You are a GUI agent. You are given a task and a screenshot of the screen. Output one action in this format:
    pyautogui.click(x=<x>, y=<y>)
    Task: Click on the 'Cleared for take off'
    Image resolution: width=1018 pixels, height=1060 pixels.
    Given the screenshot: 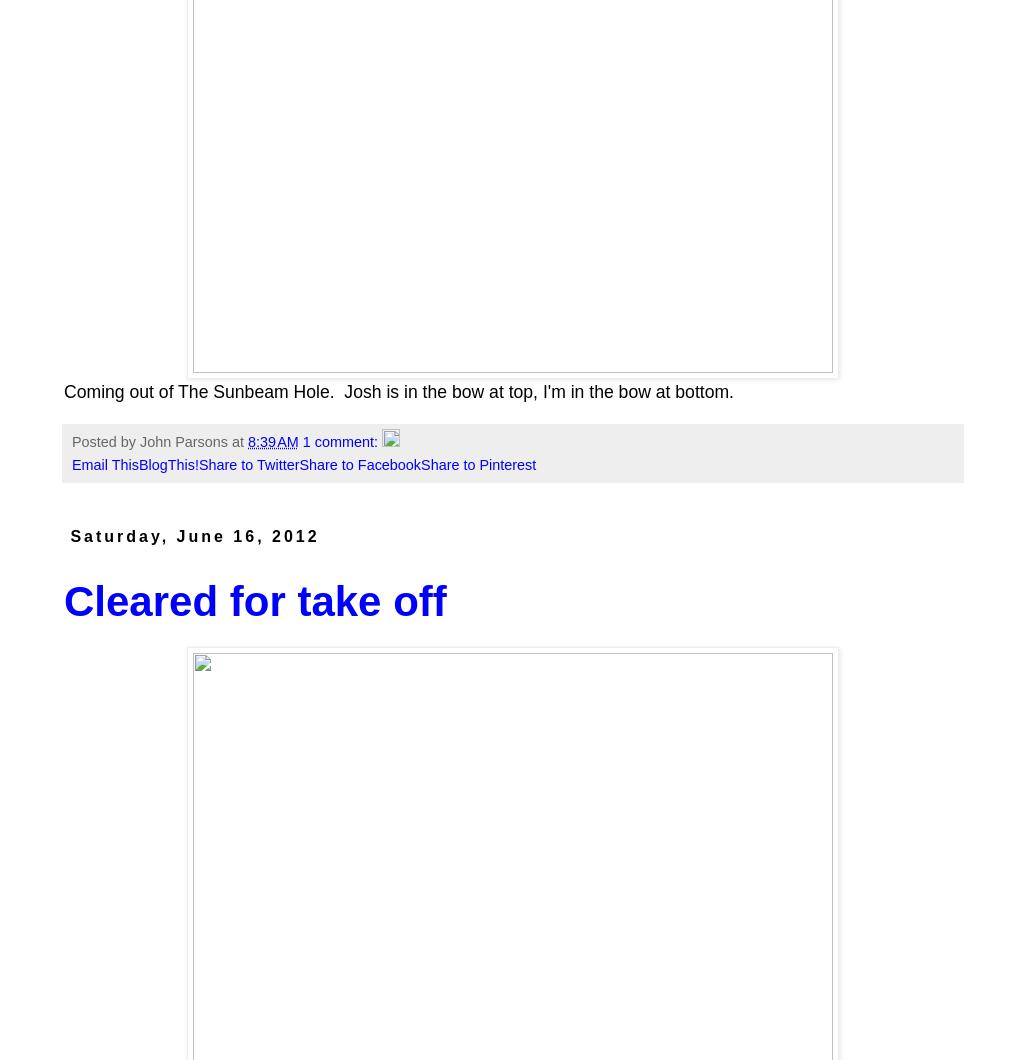 What is the action you would take?
    pyautogui.click(x=64, y=600)
    